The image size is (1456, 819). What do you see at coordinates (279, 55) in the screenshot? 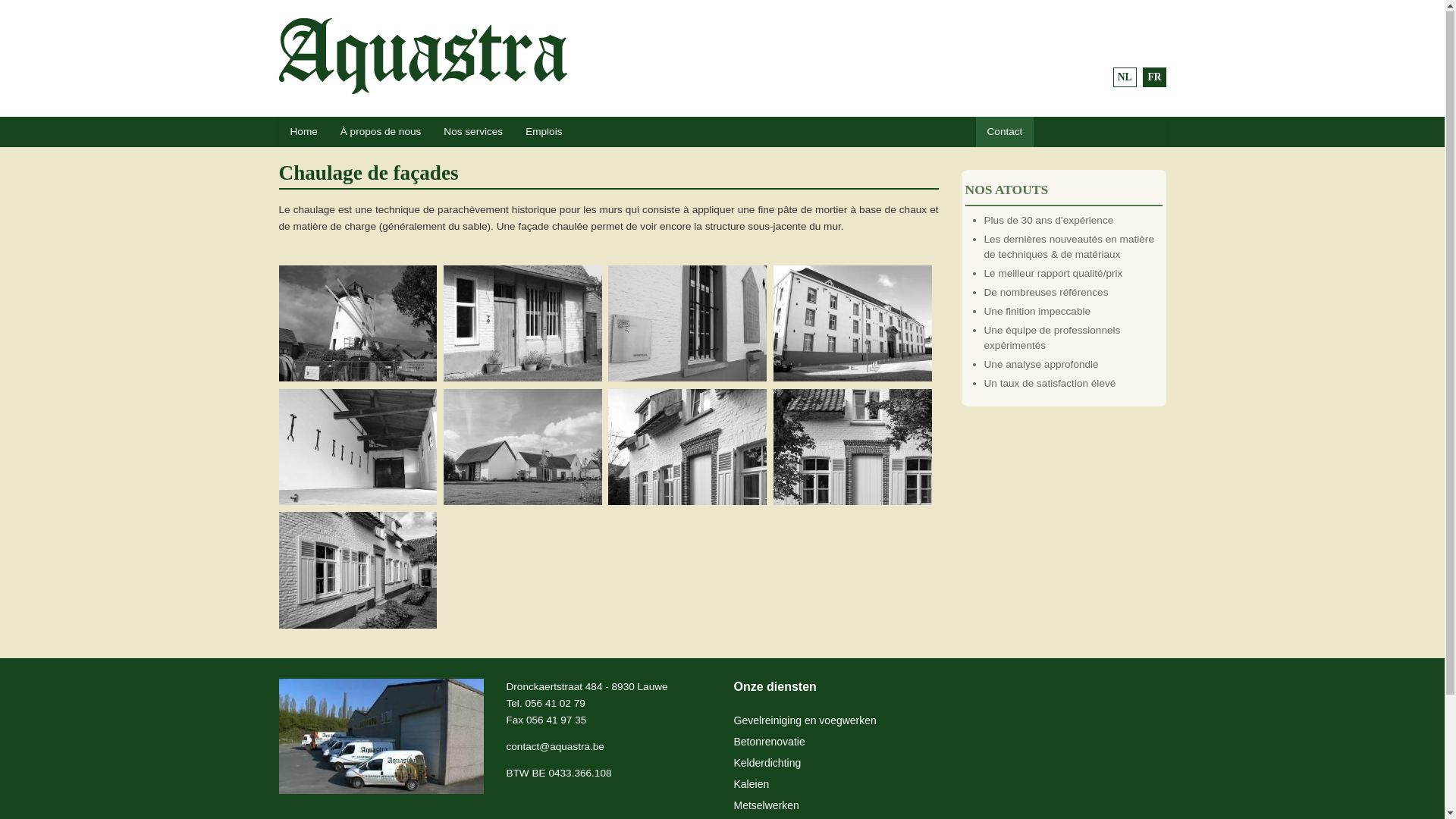
I see `'Accueil'` at bounding box center [279, 55].